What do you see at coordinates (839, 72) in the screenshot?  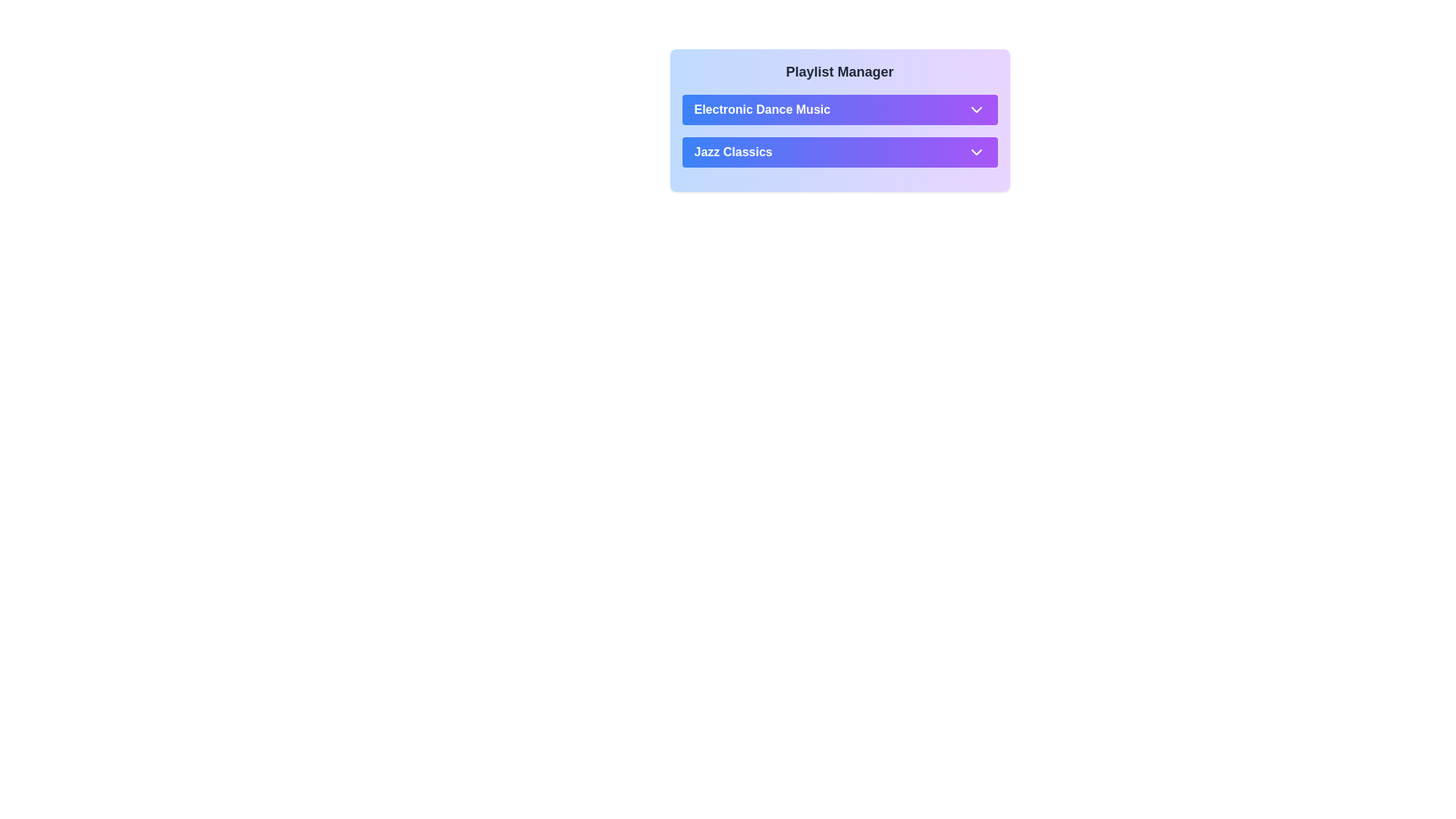 I see `the Text label that serves as the title or heading for the section, positioned centrally near the top and preceding other elements like 'Electronic Dance Music' and 'Jazz Classics'` at bounding box center [839, 72].